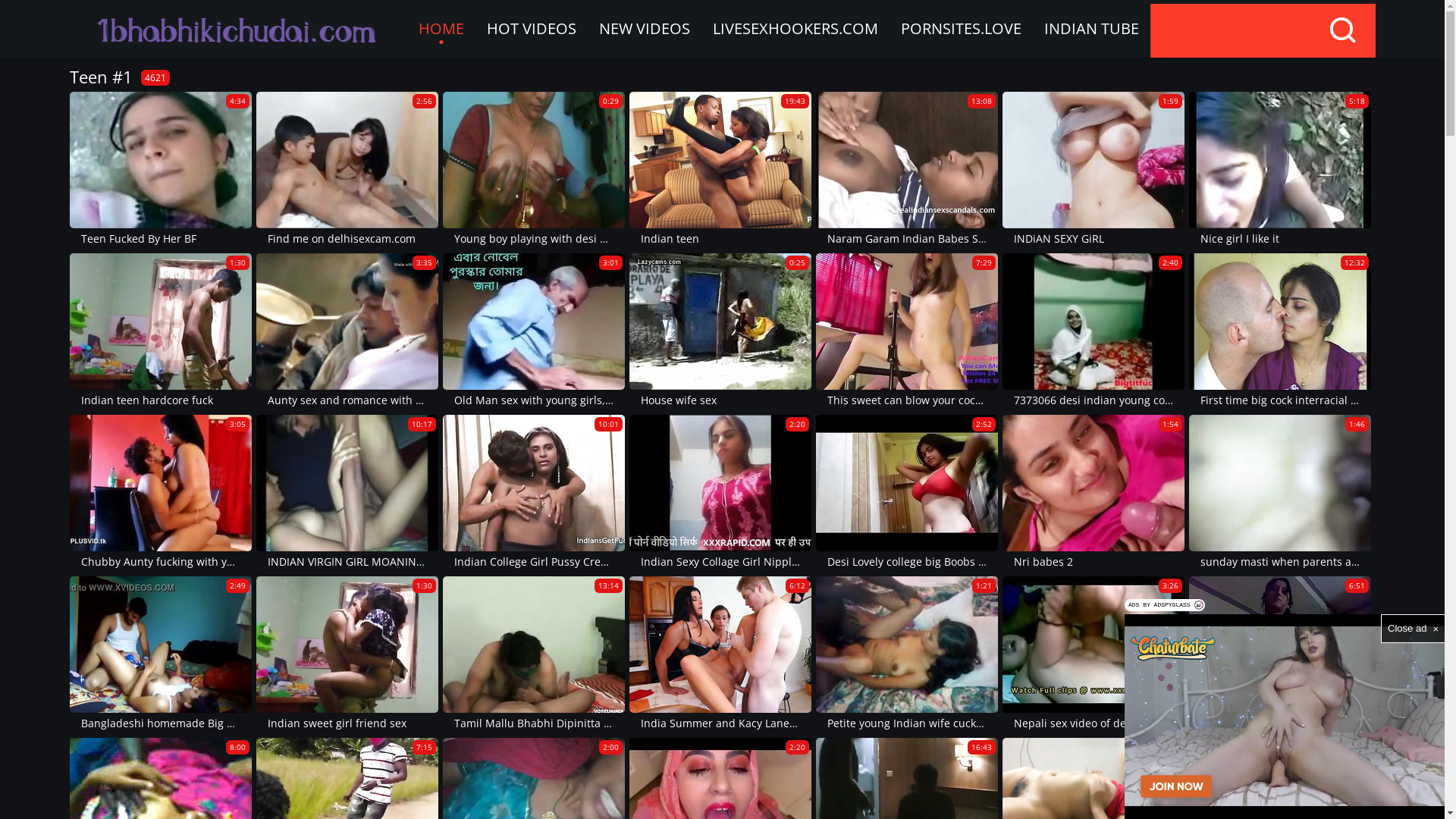 Image resolution: width=1456 pixels, height=819 pixels. What do you see at coordinates (1093, 170) in the screenshot?
I see `'1:59` at bounding box center [1093, 170].